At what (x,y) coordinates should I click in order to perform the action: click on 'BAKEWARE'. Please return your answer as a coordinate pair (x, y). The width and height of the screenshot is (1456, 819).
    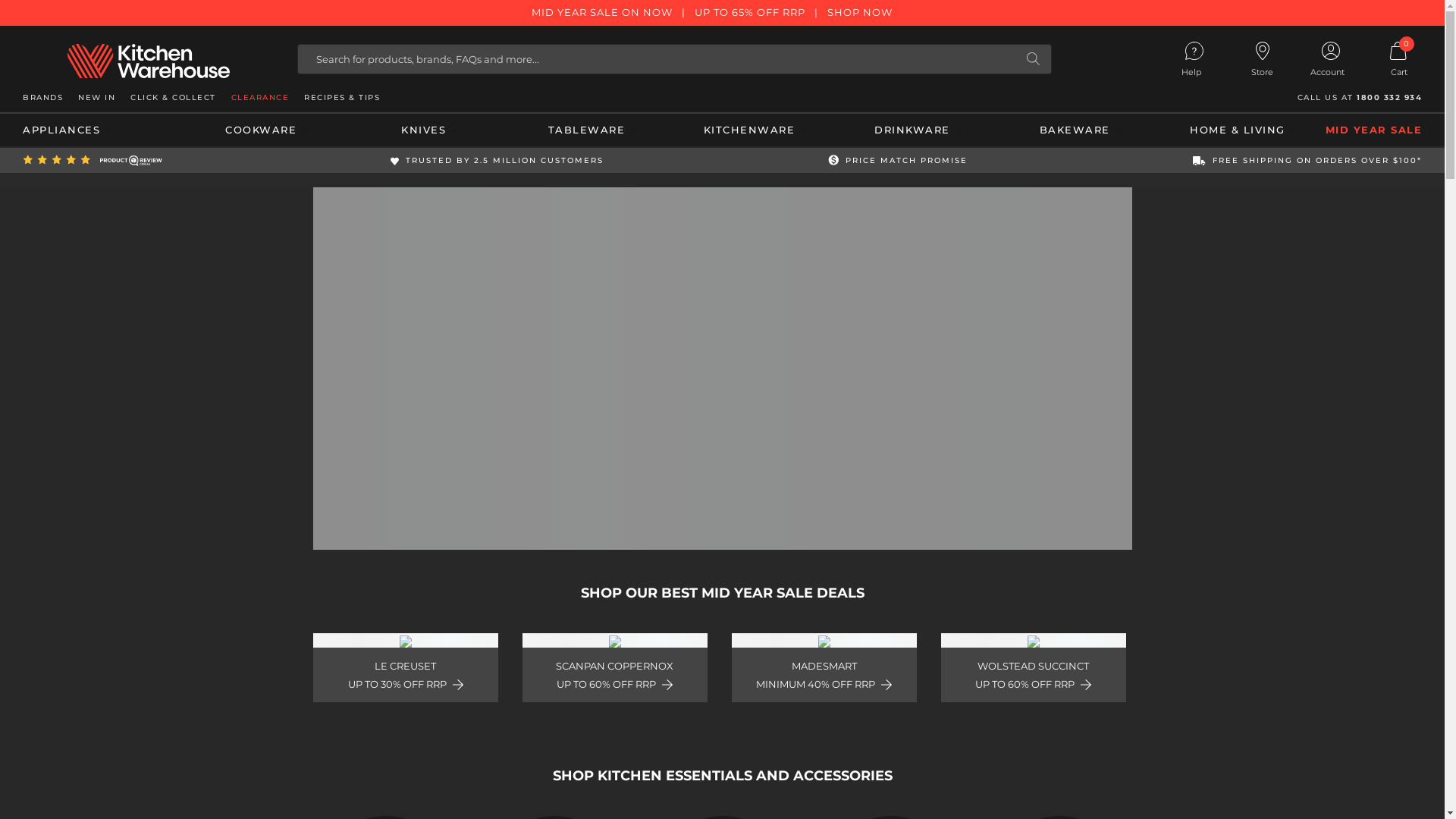
    Looking at the image, I should click on (1080, 130).